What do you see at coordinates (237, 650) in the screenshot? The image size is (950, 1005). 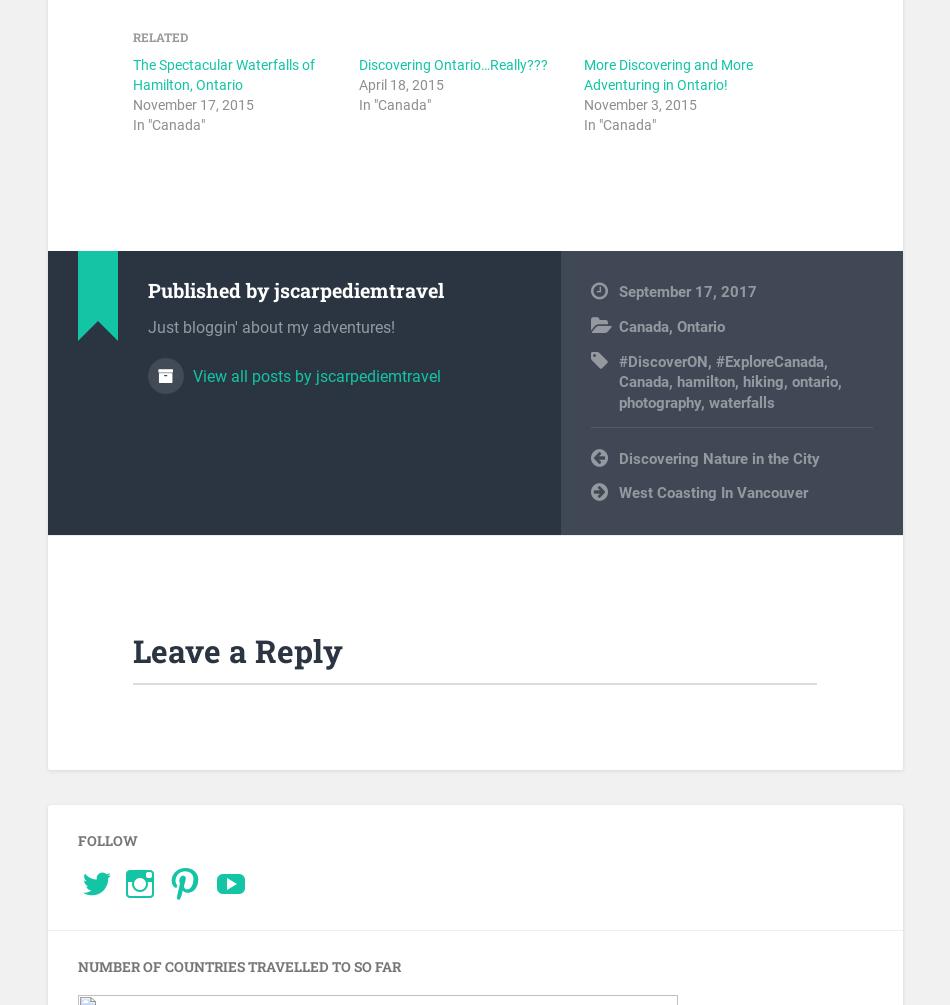 I see `'Leave a Reply'` at bounding box center [237, 650].